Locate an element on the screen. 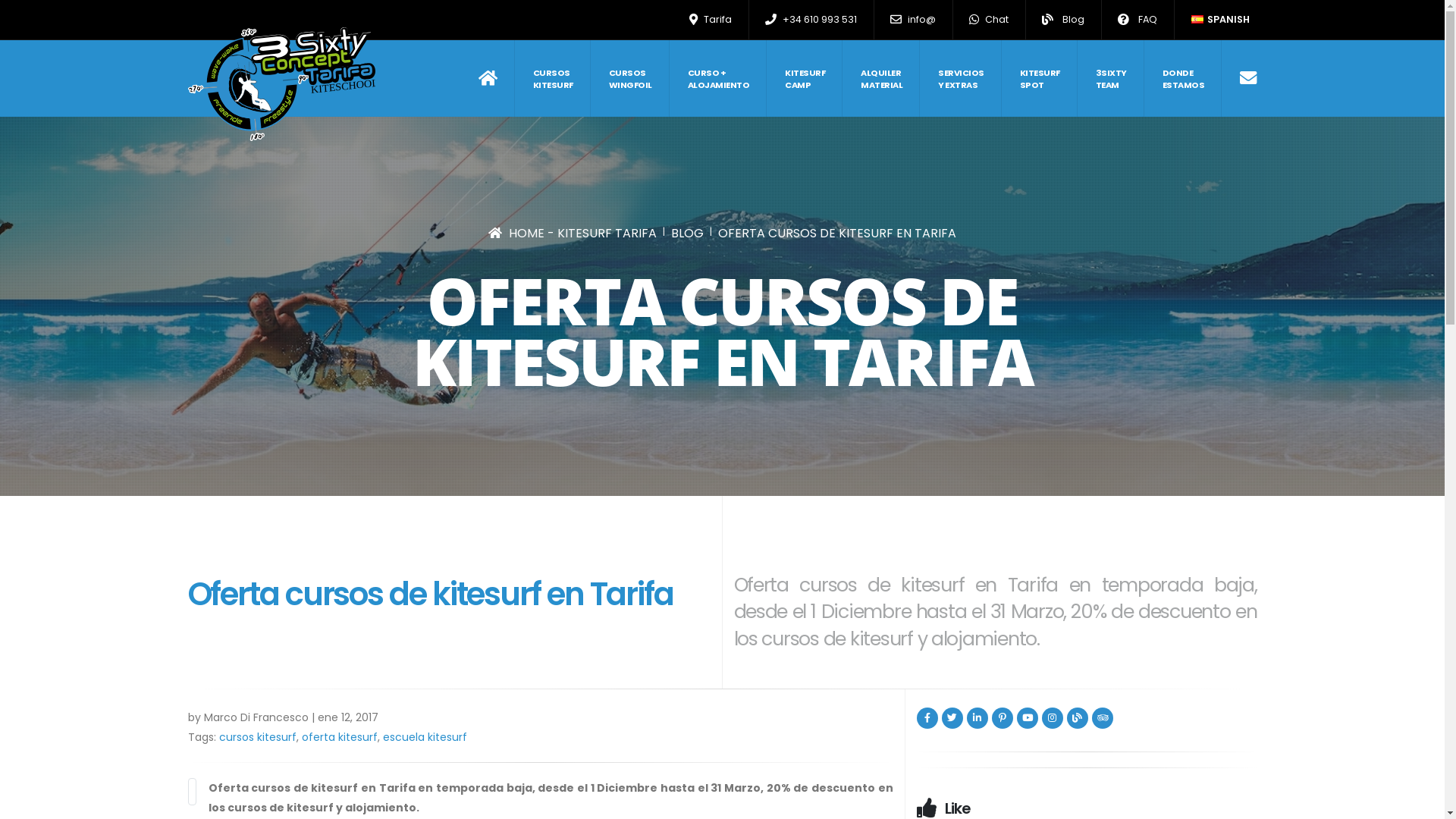  '3SIXTY TEAM' is located at coordinates (1110, 78).